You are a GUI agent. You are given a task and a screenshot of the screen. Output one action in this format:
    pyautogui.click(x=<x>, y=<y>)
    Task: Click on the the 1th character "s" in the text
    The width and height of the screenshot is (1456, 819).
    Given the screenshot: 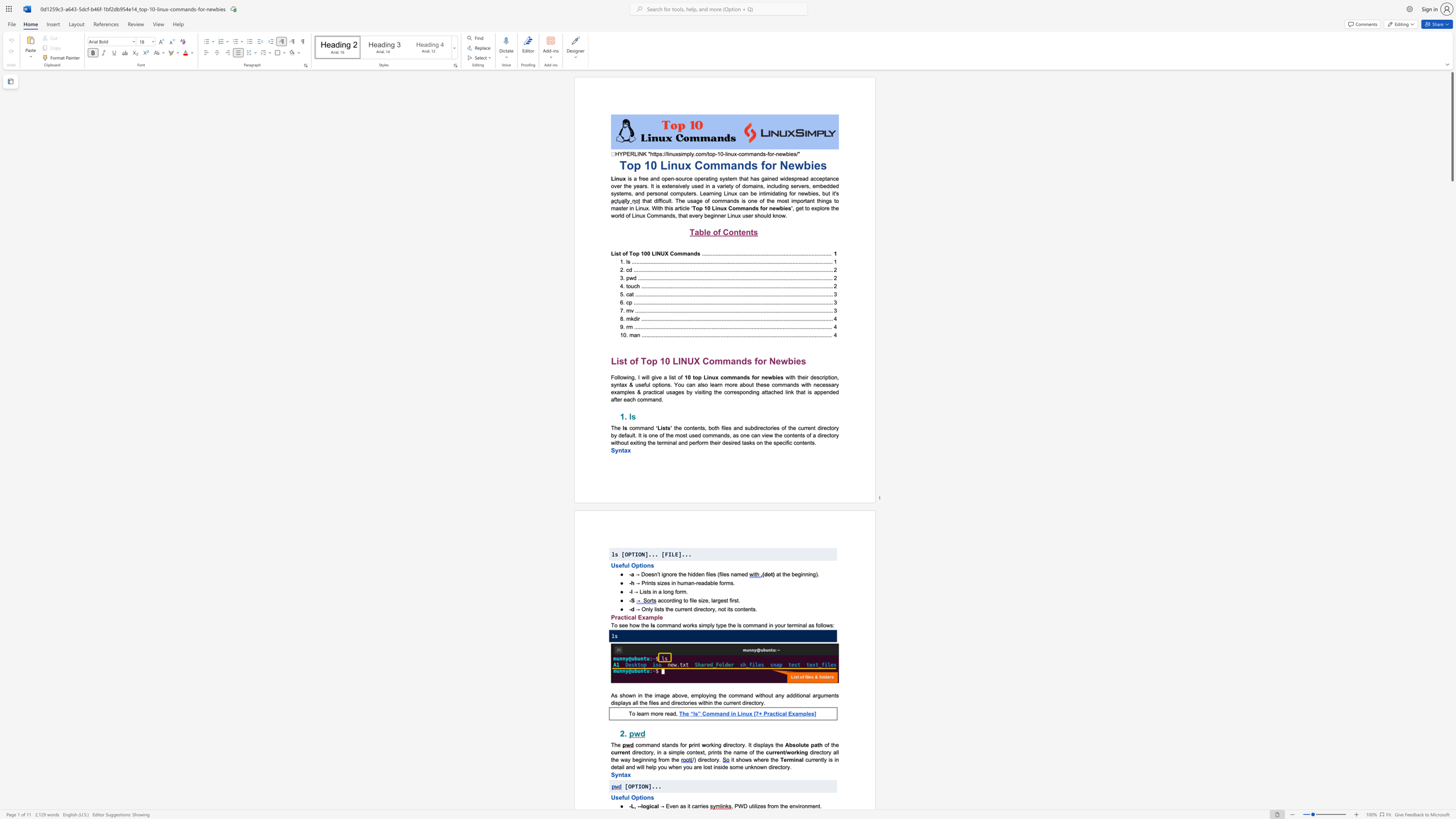 What is the action you would take?
    pyautogui.click(x=620, y=625)
    